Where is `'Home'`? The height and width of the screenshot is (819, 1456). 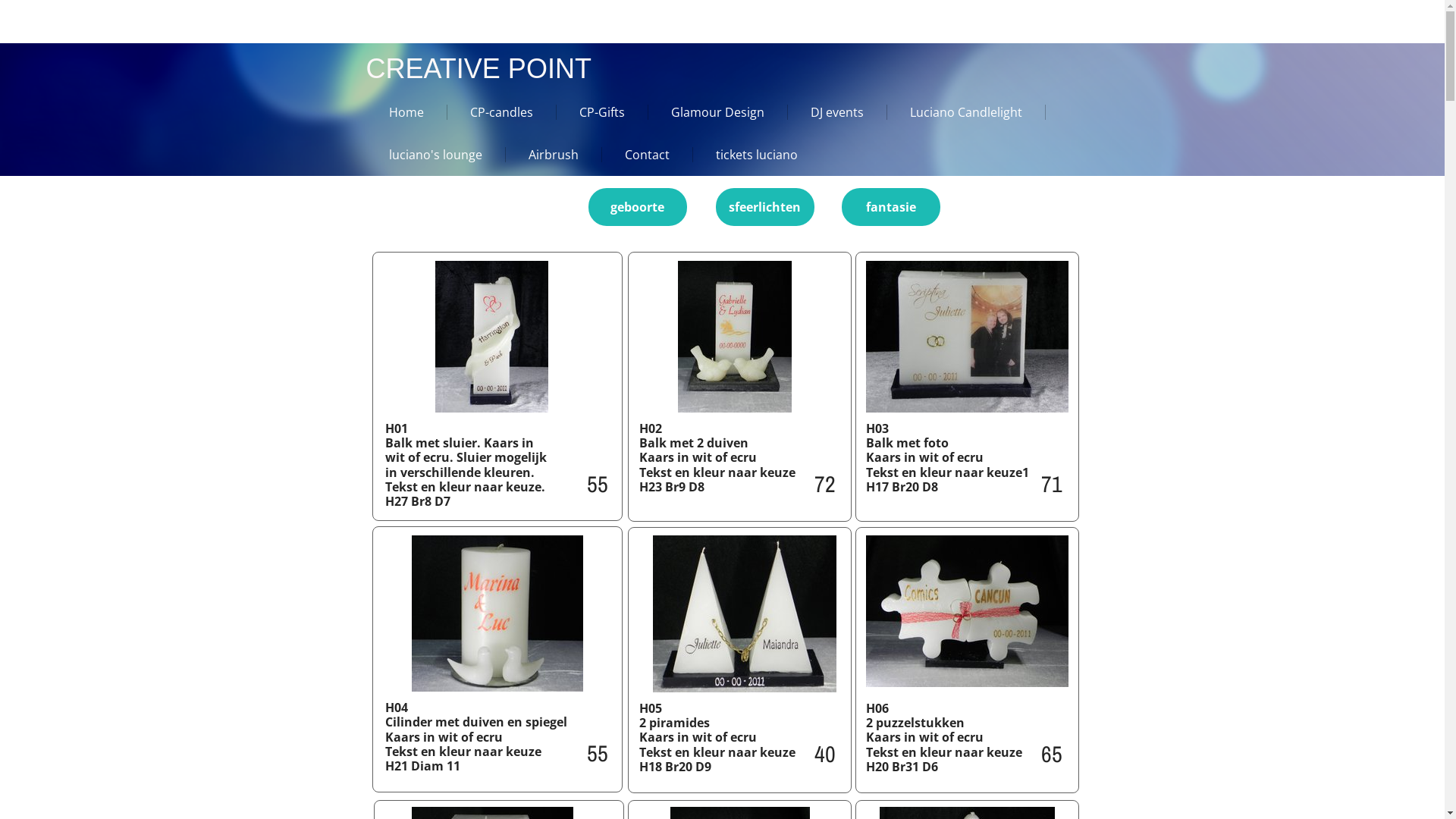
'Home' is located at coordinates (396, 111).